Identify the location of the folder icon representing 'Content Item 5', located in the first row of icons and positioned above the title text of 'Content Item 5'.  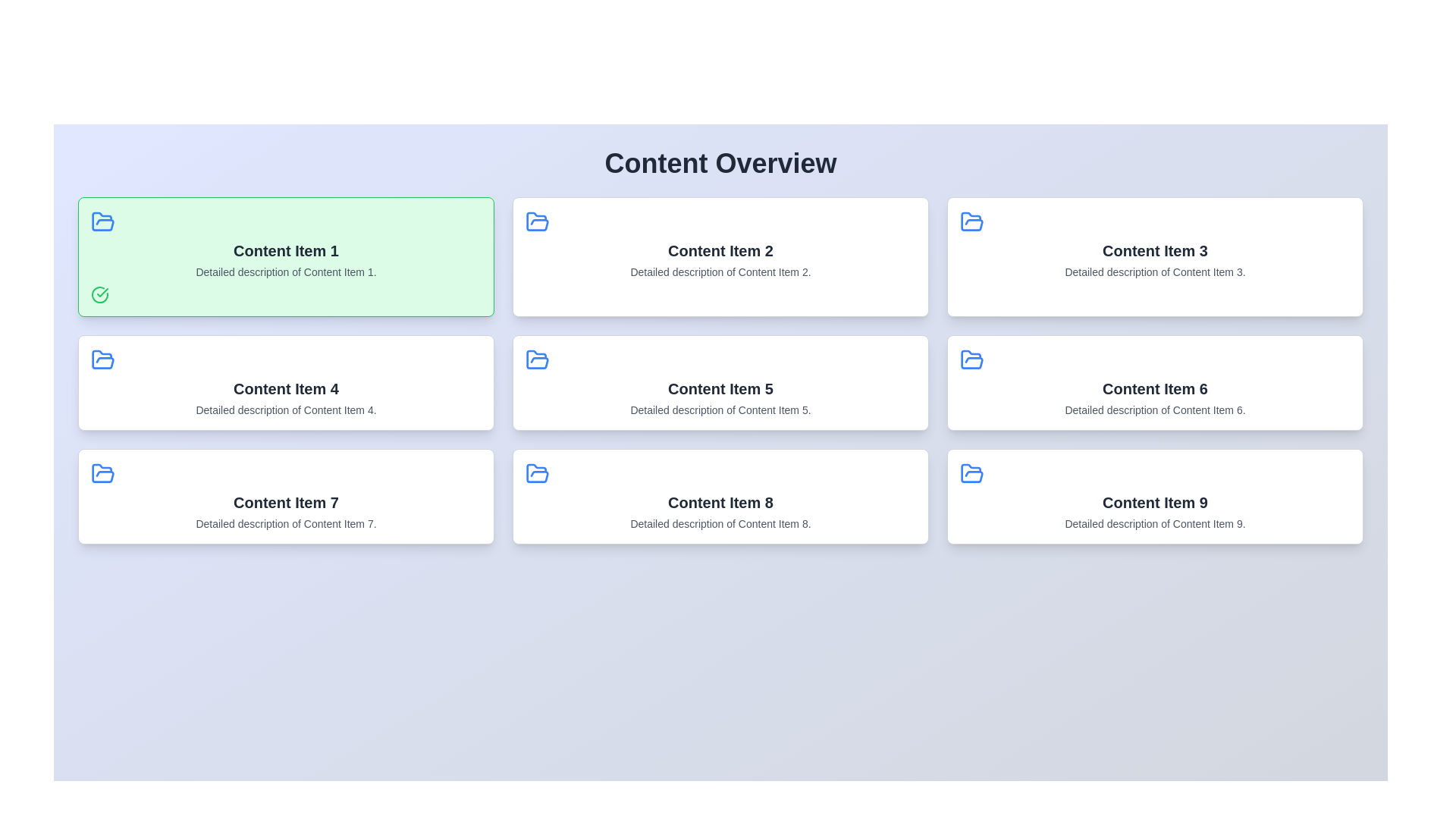
(538, 359).